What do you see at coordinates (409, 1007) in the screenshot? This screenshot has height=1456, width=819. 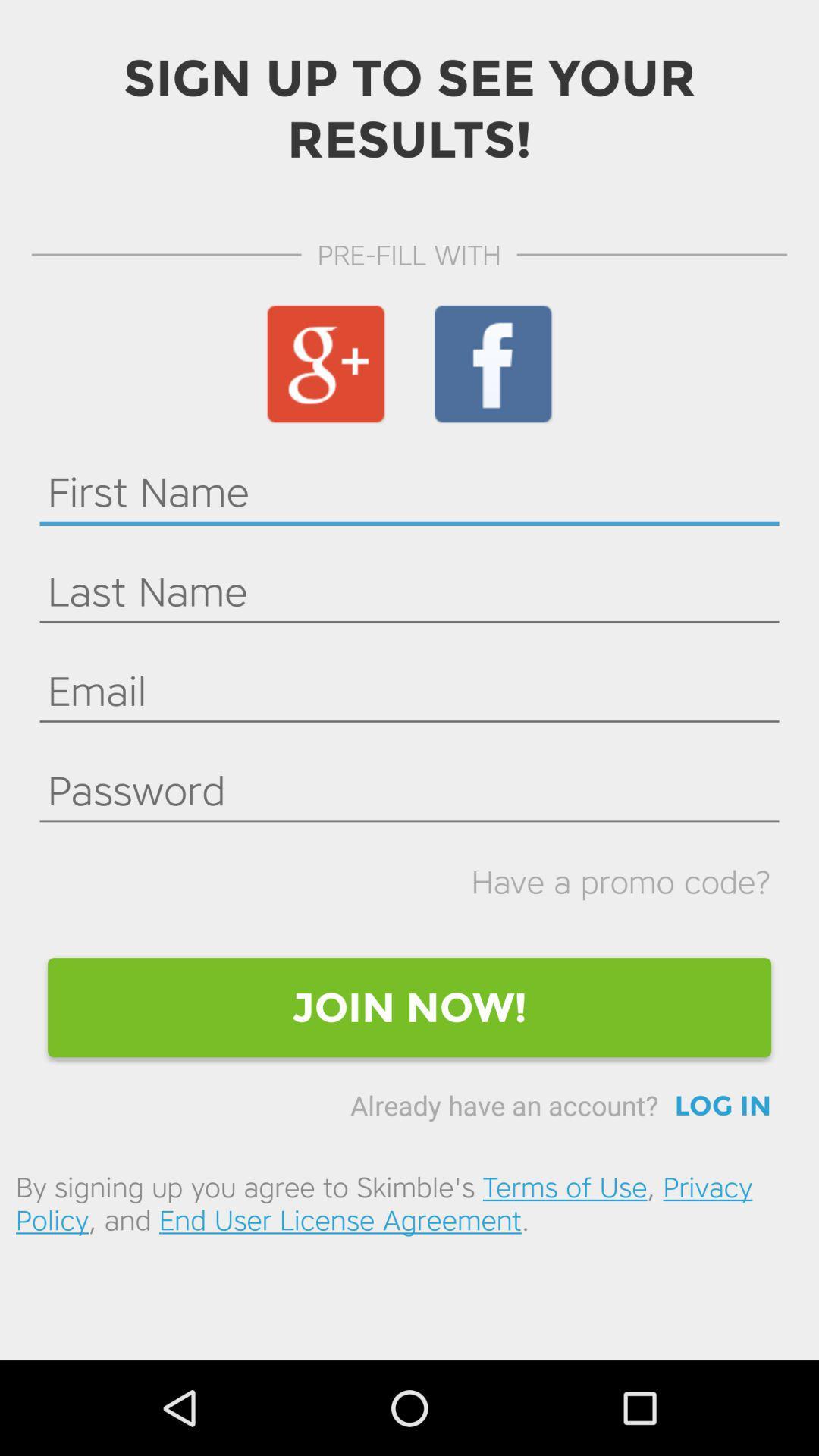 I see `the join now!` at bounding box center [409, 1007].